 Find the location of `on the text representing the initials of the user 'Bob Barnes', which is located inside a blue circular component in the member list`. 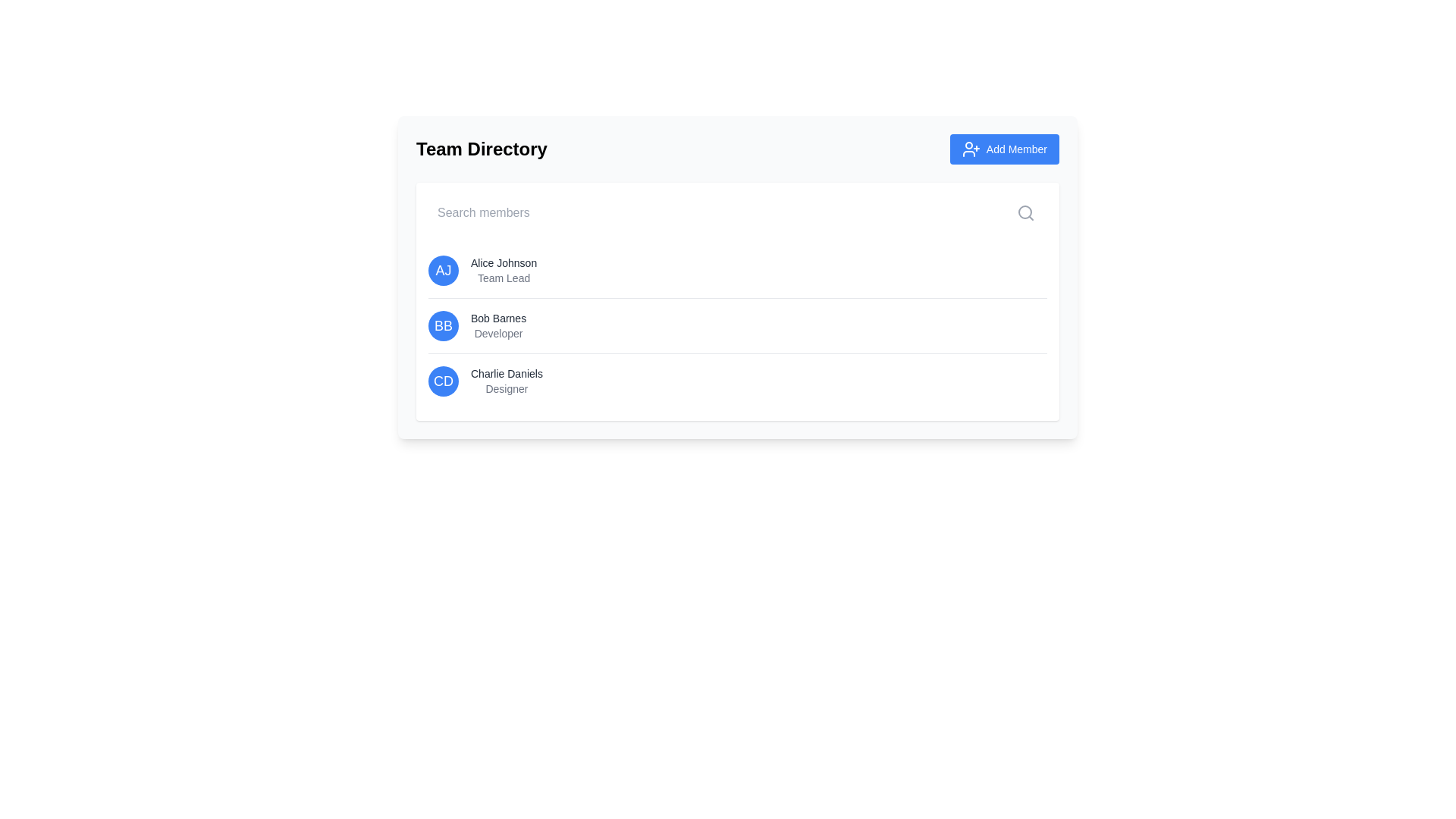

on the text representing the initials of the user 'Bob Barnes', which is located inside a blue circular component in the member list is located at coordinates (443, 325).